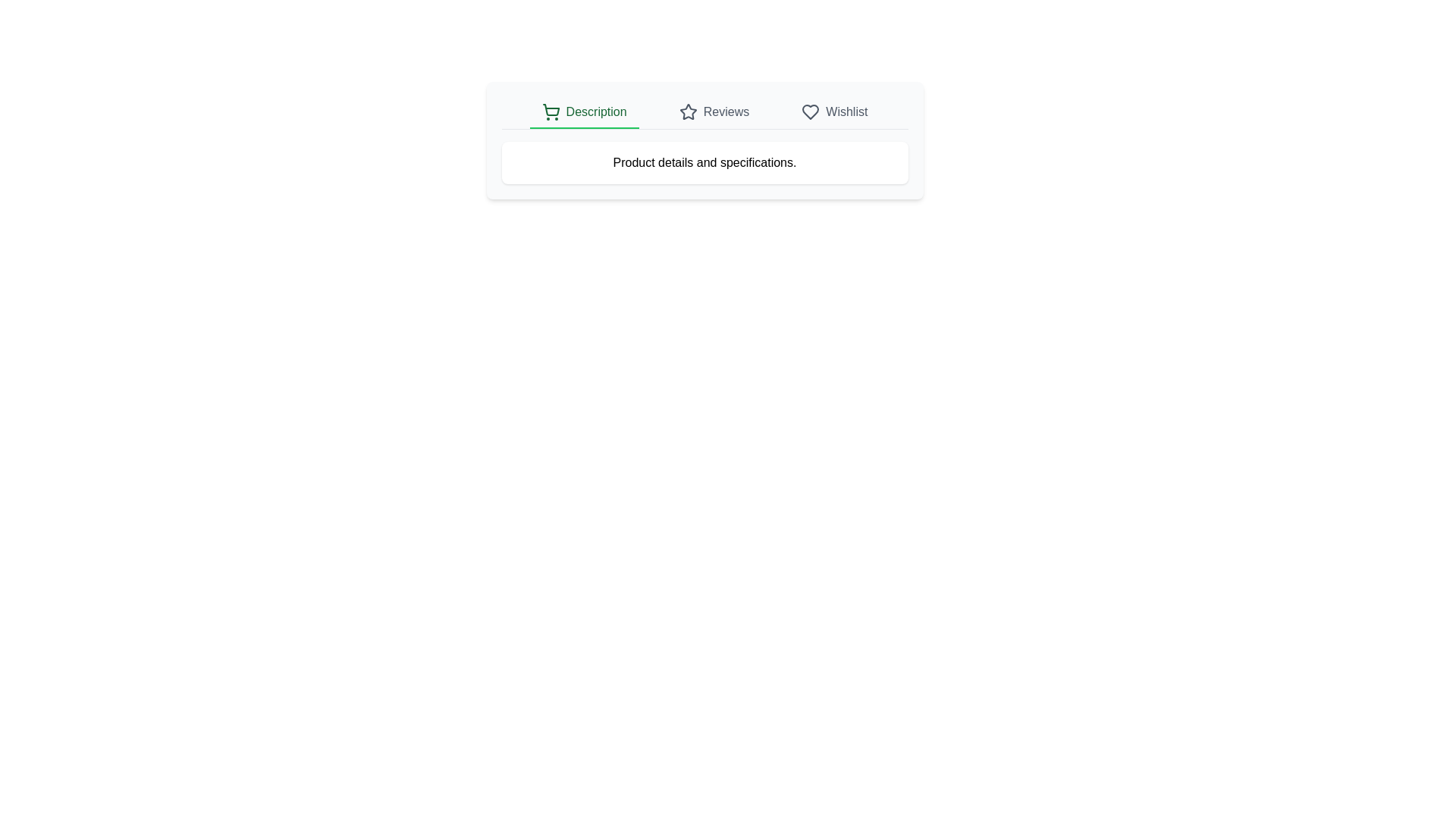 The image size is (1456, 819). What do you see at coordinates (713, 112) in the screenshot?
I see `the tab corresponding to Reviews to view its content` at bounding box center [713, 112].